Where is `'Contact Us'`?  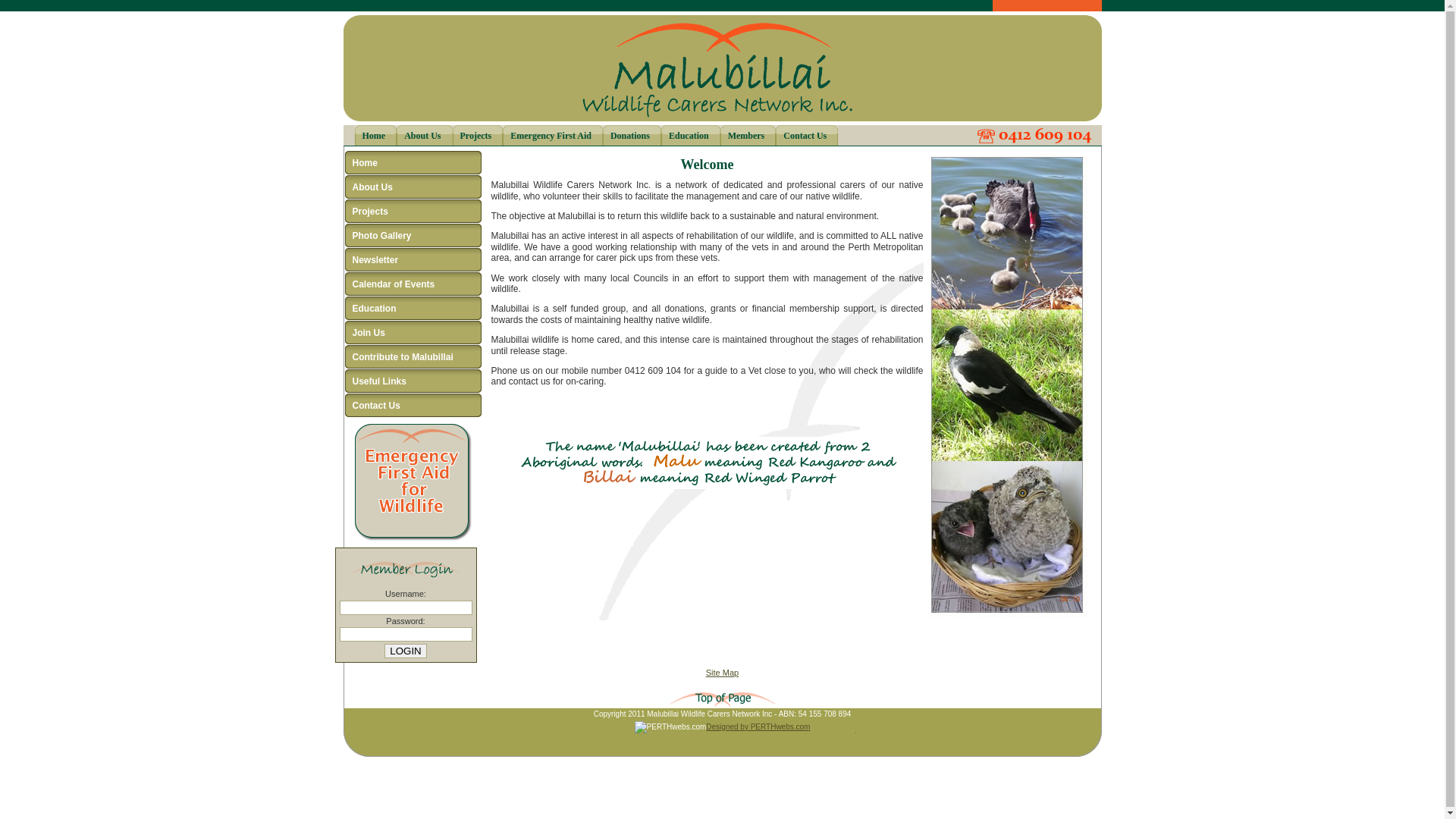 'Contact Us' is located at coordinates (412, 405).